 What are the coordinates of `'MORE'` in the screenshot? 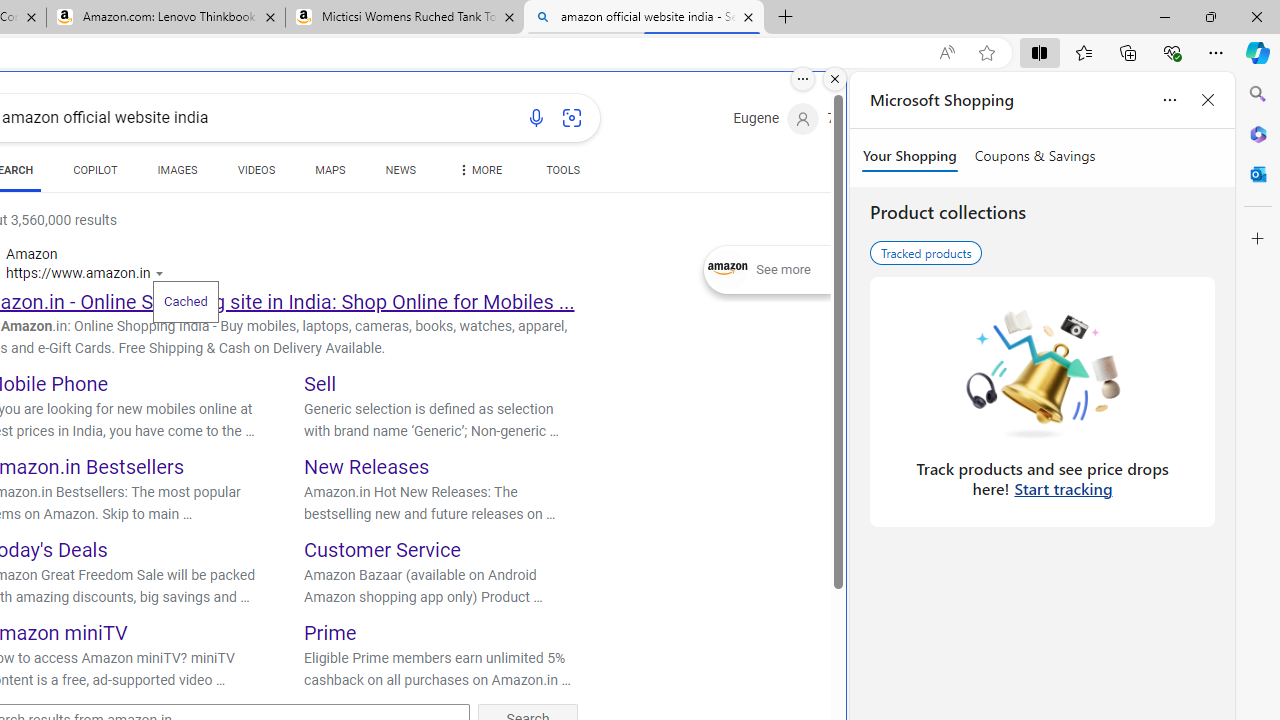 It's located at (477, 172).